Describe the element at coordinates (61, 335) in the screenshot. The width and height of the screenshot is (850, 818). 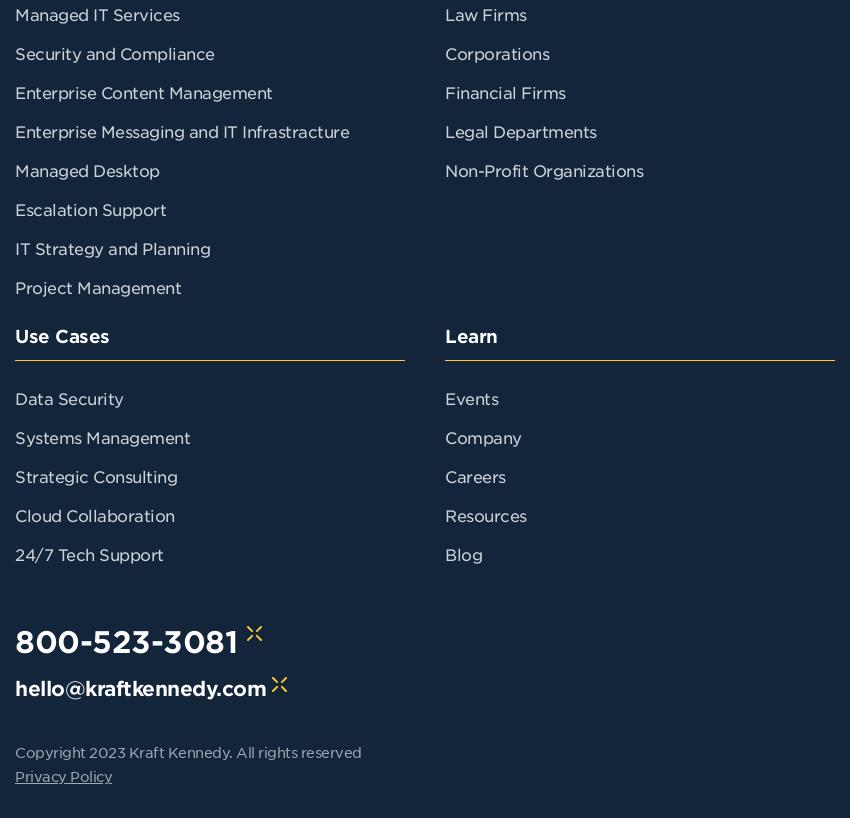
I see `'Use Cases'` at that location.